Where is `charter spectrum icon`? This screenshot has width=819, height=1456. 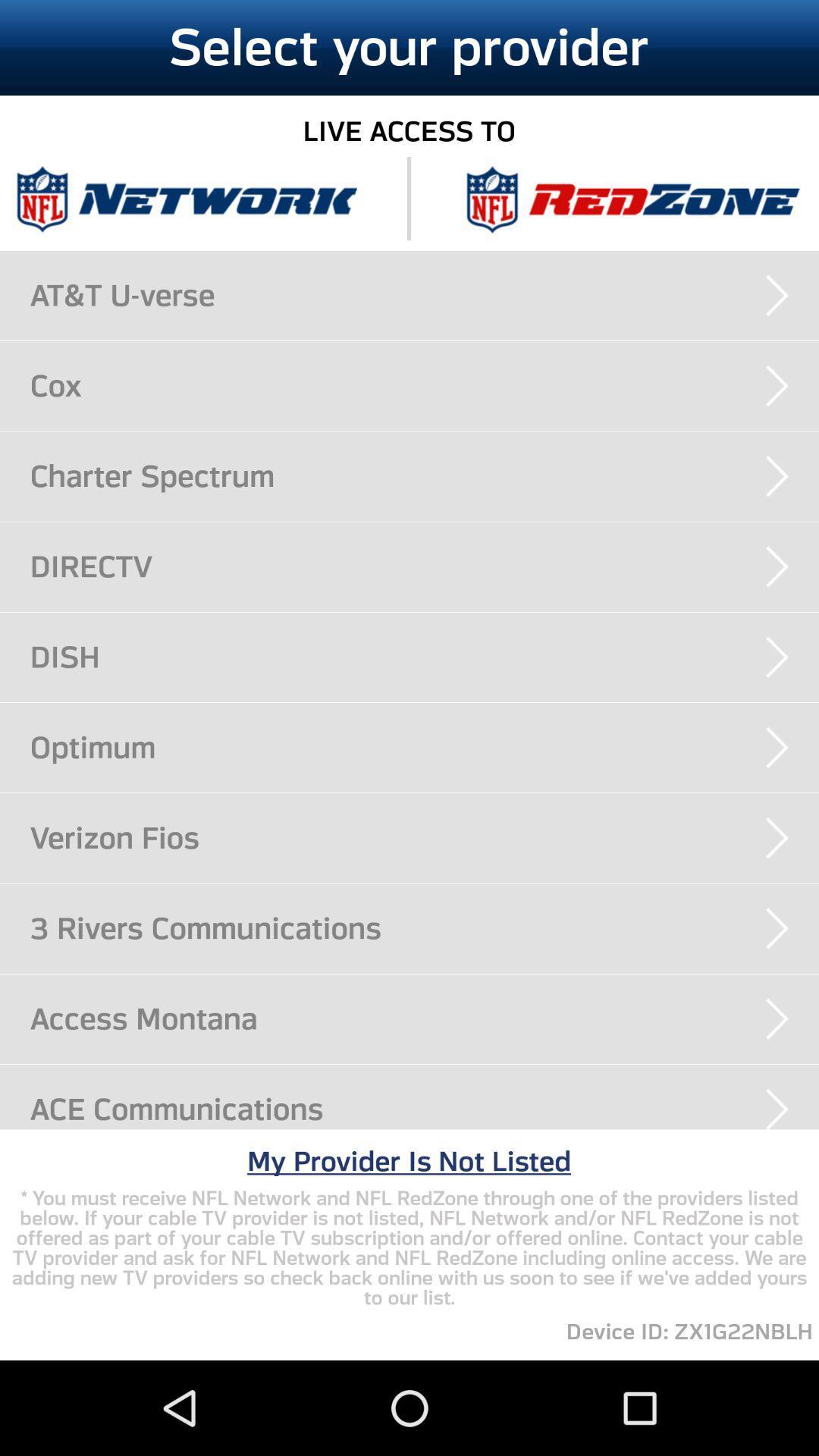
charter spectrum icon is located at coordinates (424, 475).